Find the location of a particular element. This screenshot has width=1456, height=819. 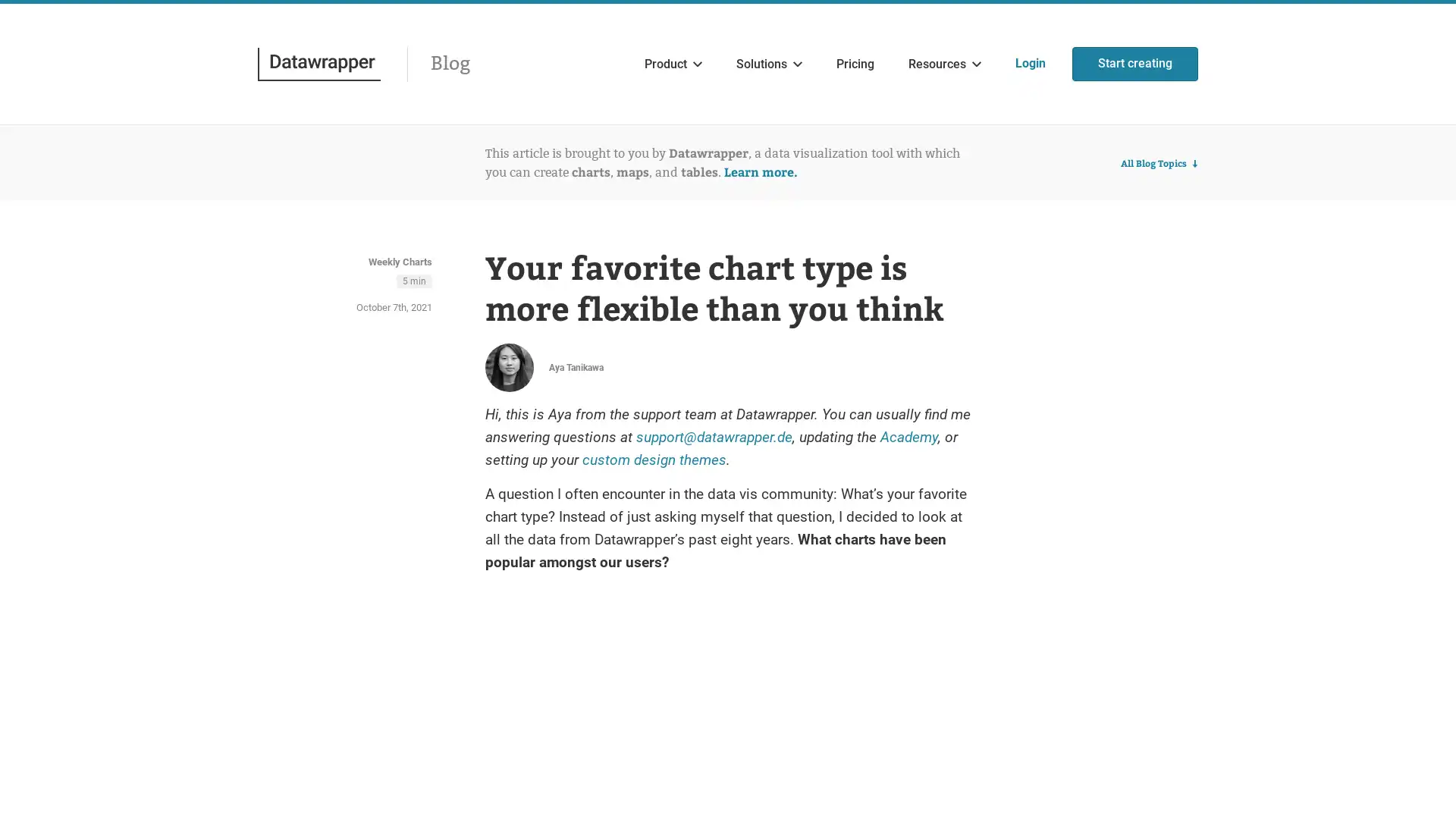

Edit this chart is located at coordinates (910, 635).